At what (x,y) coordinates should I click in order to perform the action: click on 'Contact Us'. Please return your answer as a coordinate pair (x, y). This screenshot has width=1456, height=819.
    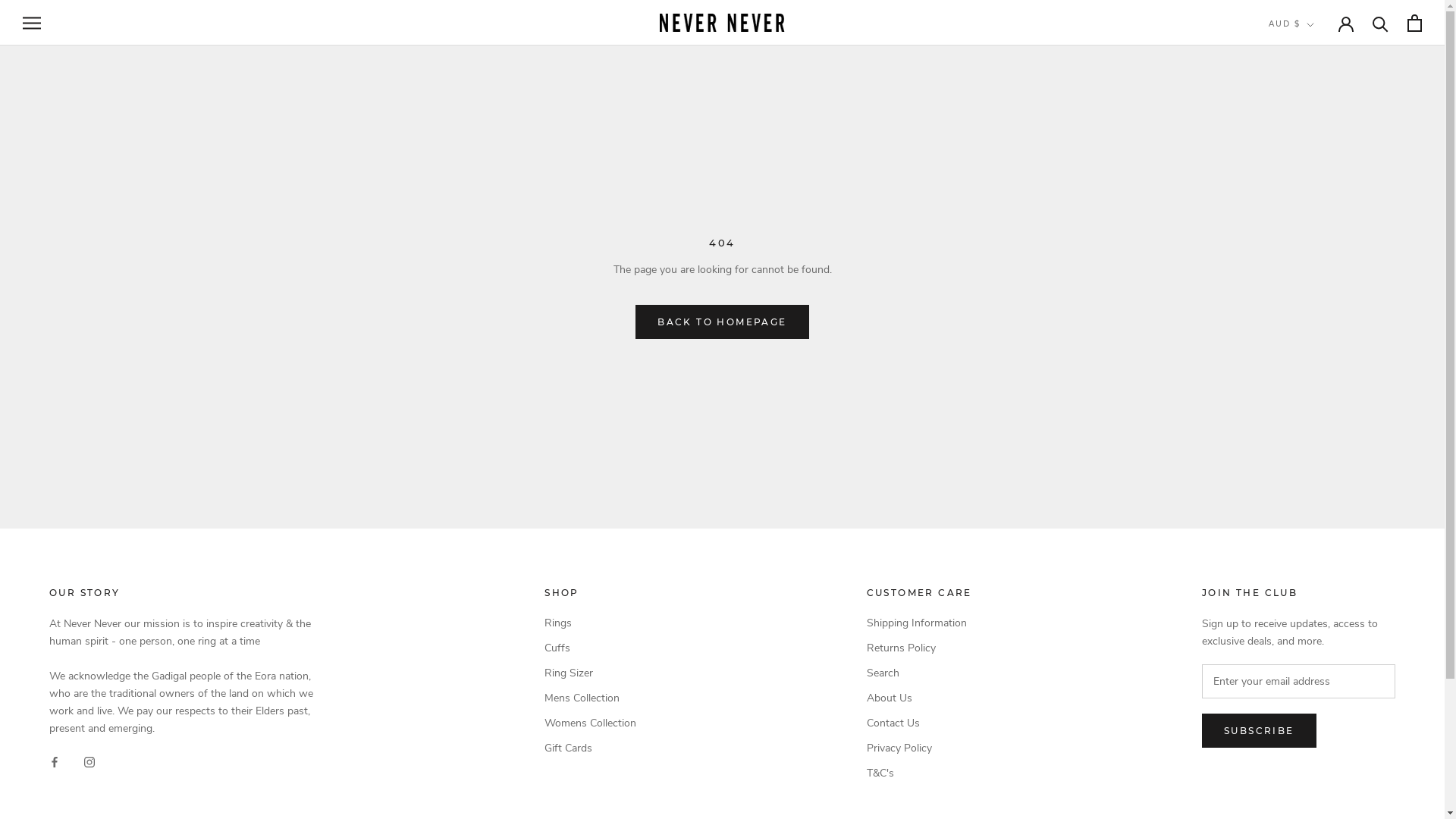
    Looking at the image, I should click on (918, 722).